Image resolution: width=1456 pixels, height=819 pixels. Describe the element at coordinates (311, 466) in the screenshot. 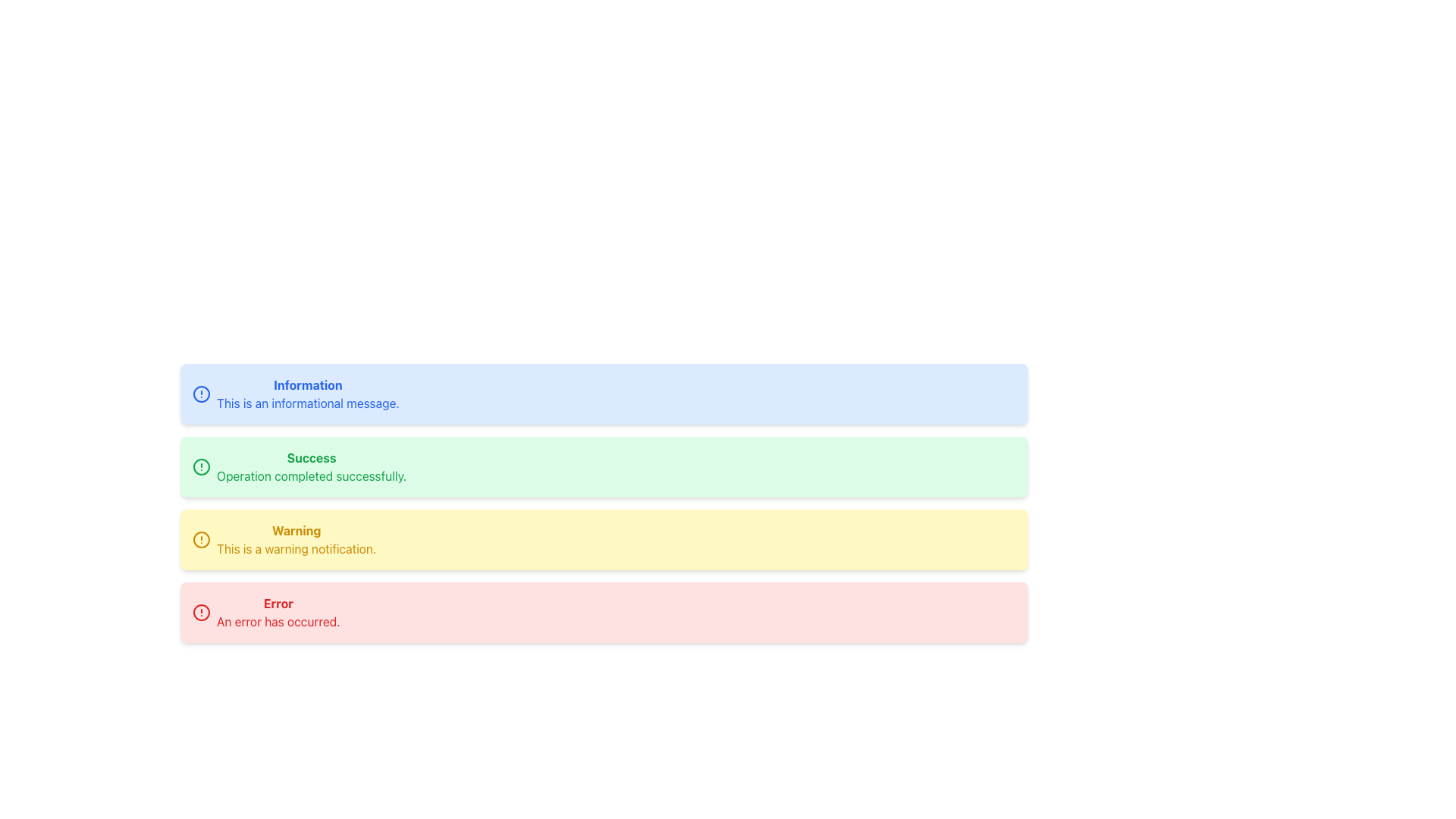

I see `the 'Success' notification text element, which consists of two lines: 'Success' in bold and 'Operation completed successfully.' in regular font, both in green within a green notification block` at that location.